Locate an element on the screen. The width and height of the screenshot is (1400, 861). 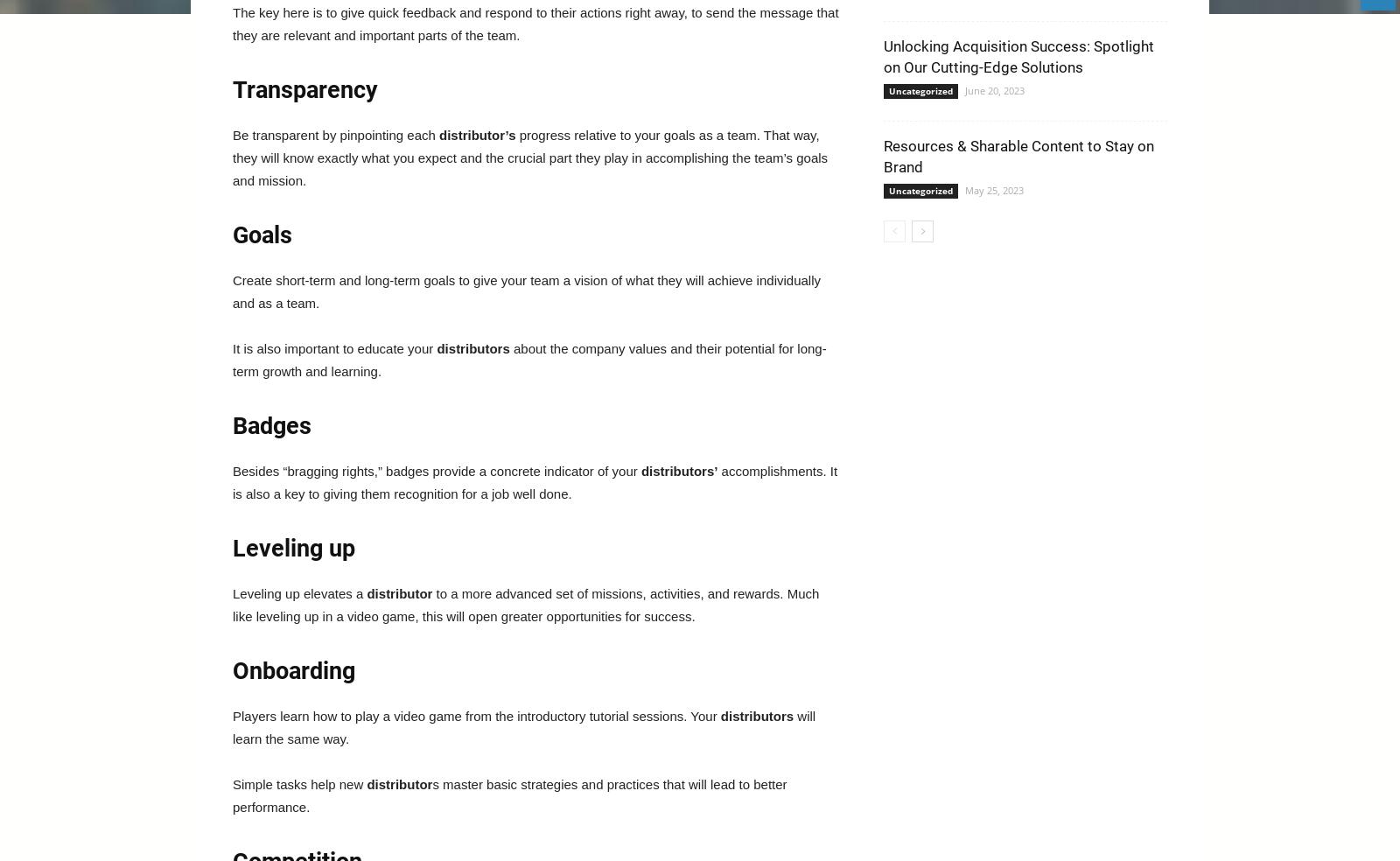
'will learn the same way.' is located at coordinates (233, 726).